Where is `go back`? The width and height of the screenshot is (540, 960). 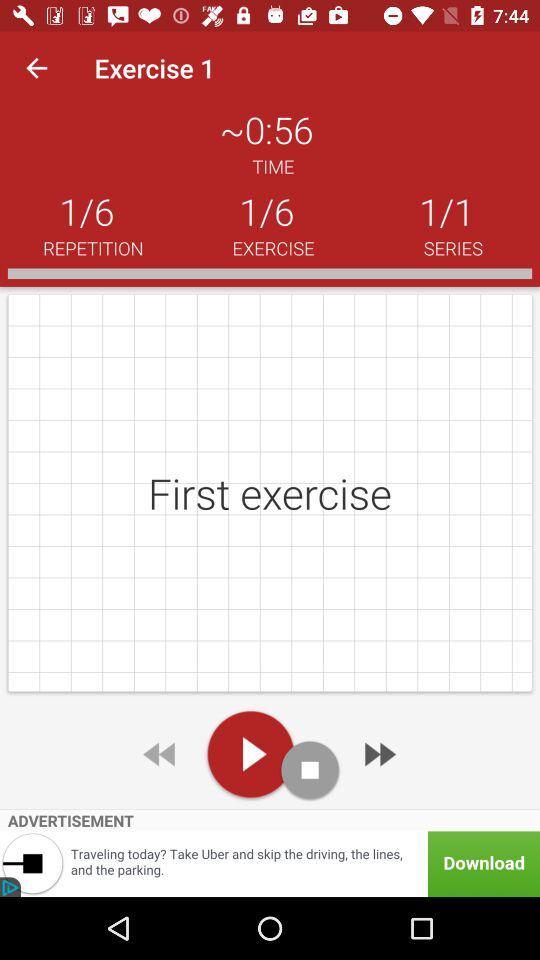 go back is located at coordinates (160, 753).